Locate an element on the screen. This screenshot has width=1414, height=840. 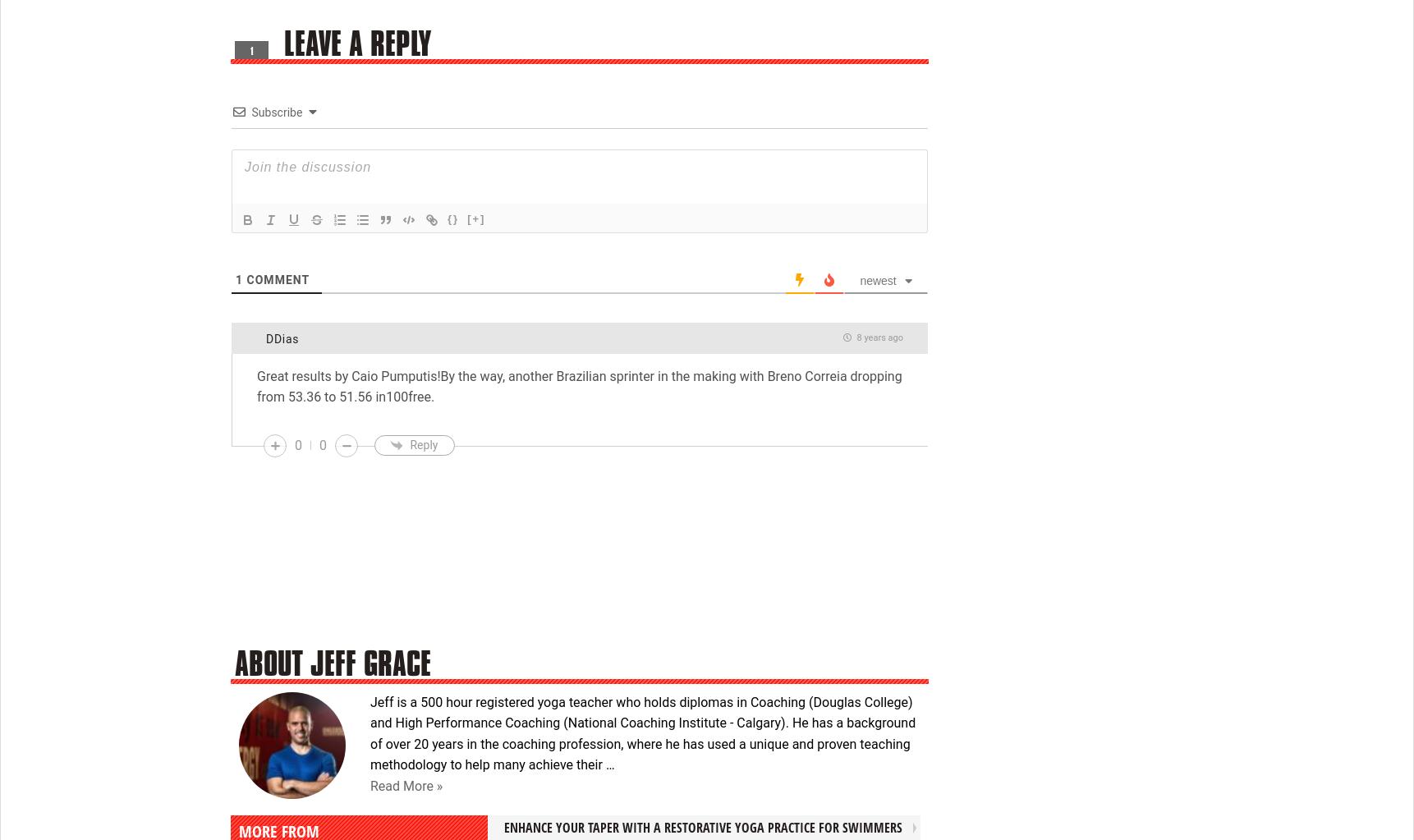
'{}' is located at coordinates (453, 218).